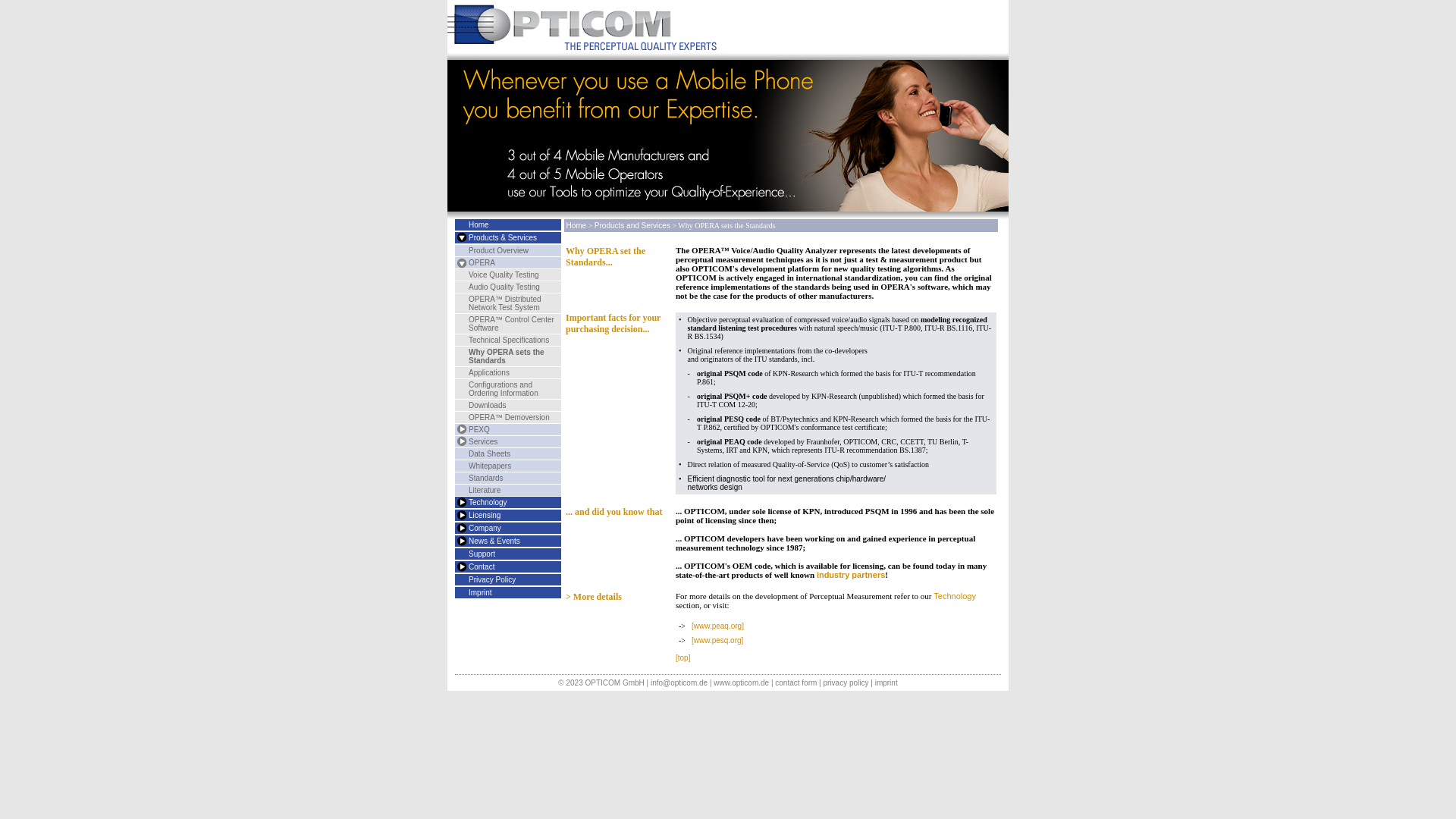 Image resolution: width=1456 pixels, height=819 pixels. I want to click on 'Technology', so click(454, 502).